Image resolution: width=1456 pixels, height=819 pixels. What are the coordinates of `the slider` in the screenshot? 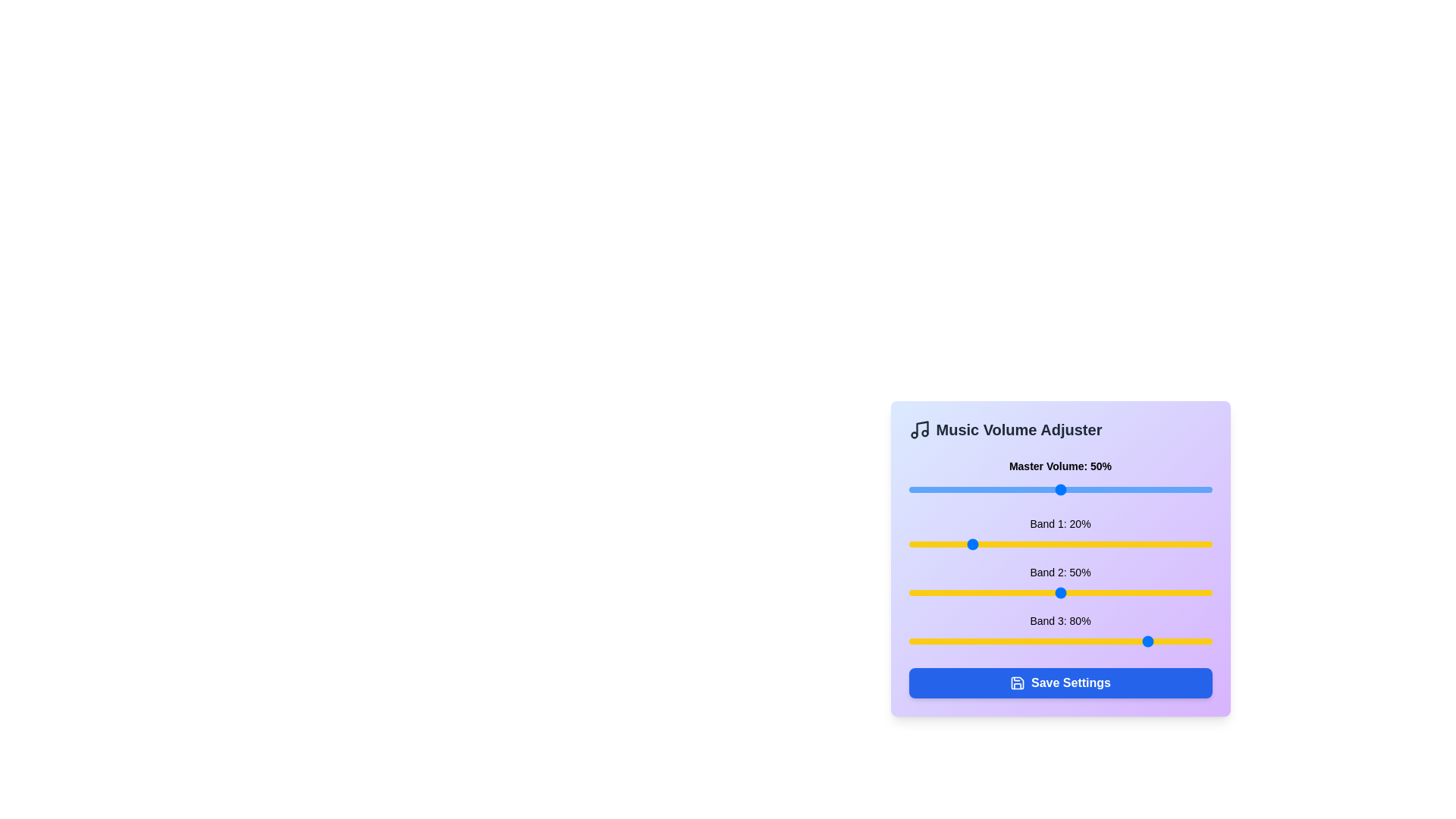 It's located at (1024, 489).